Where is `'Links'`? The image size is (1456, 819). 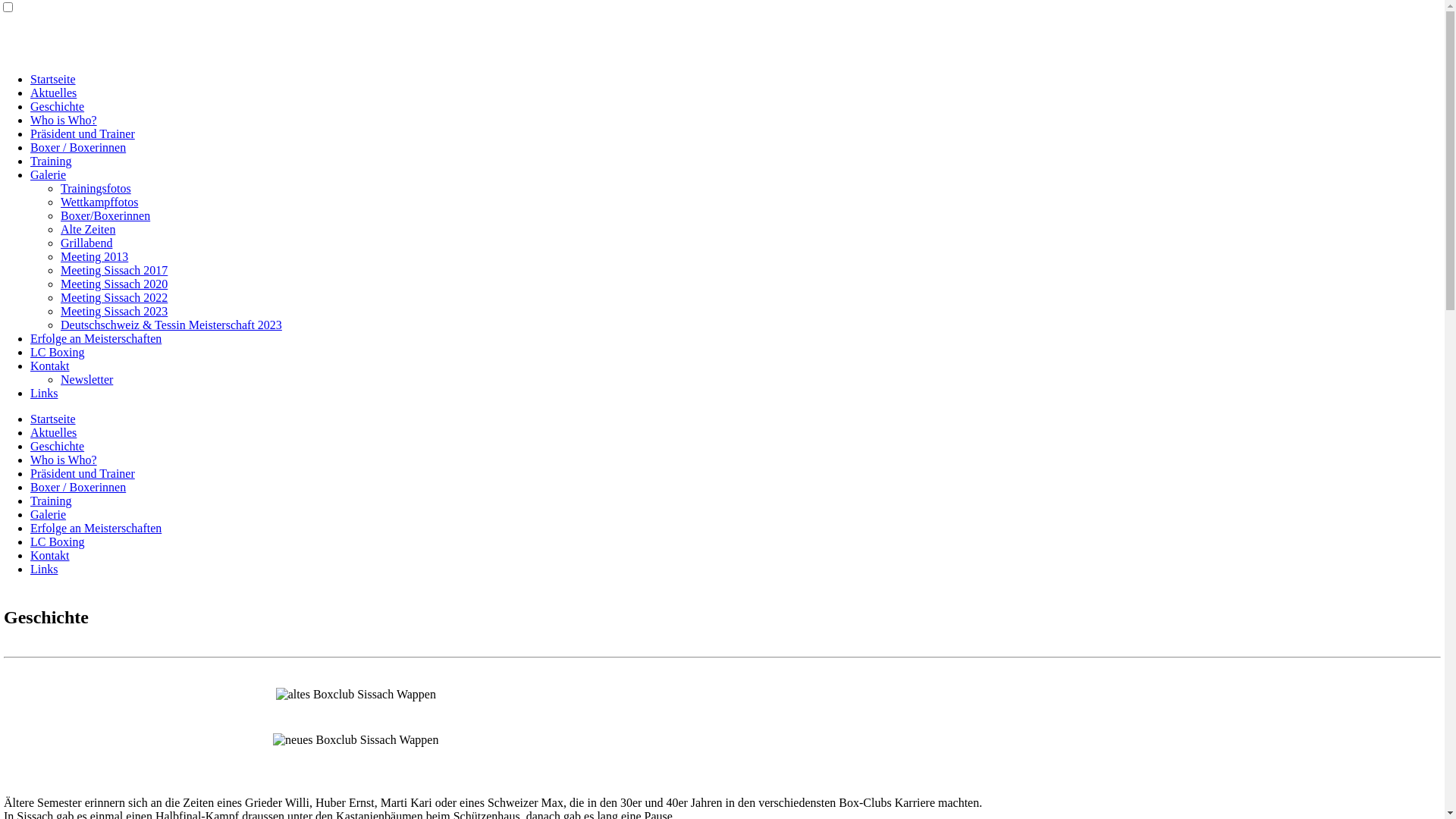 'Links' is located at coordinates (43, 392).